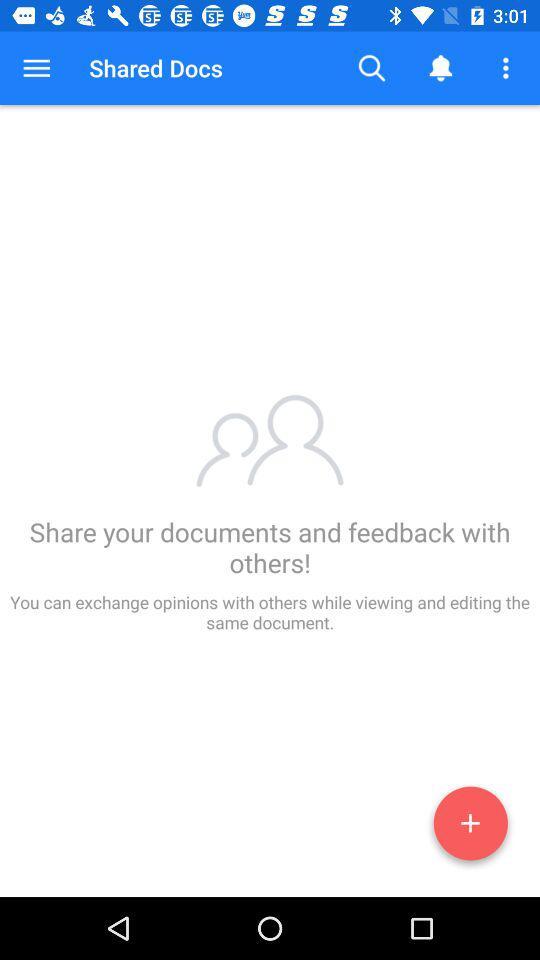 The width and height of the screenshot is (540, 960). Describe the element at coordinates (372, 68) in the screenshot. I see `icon next to shared docs` at that location.